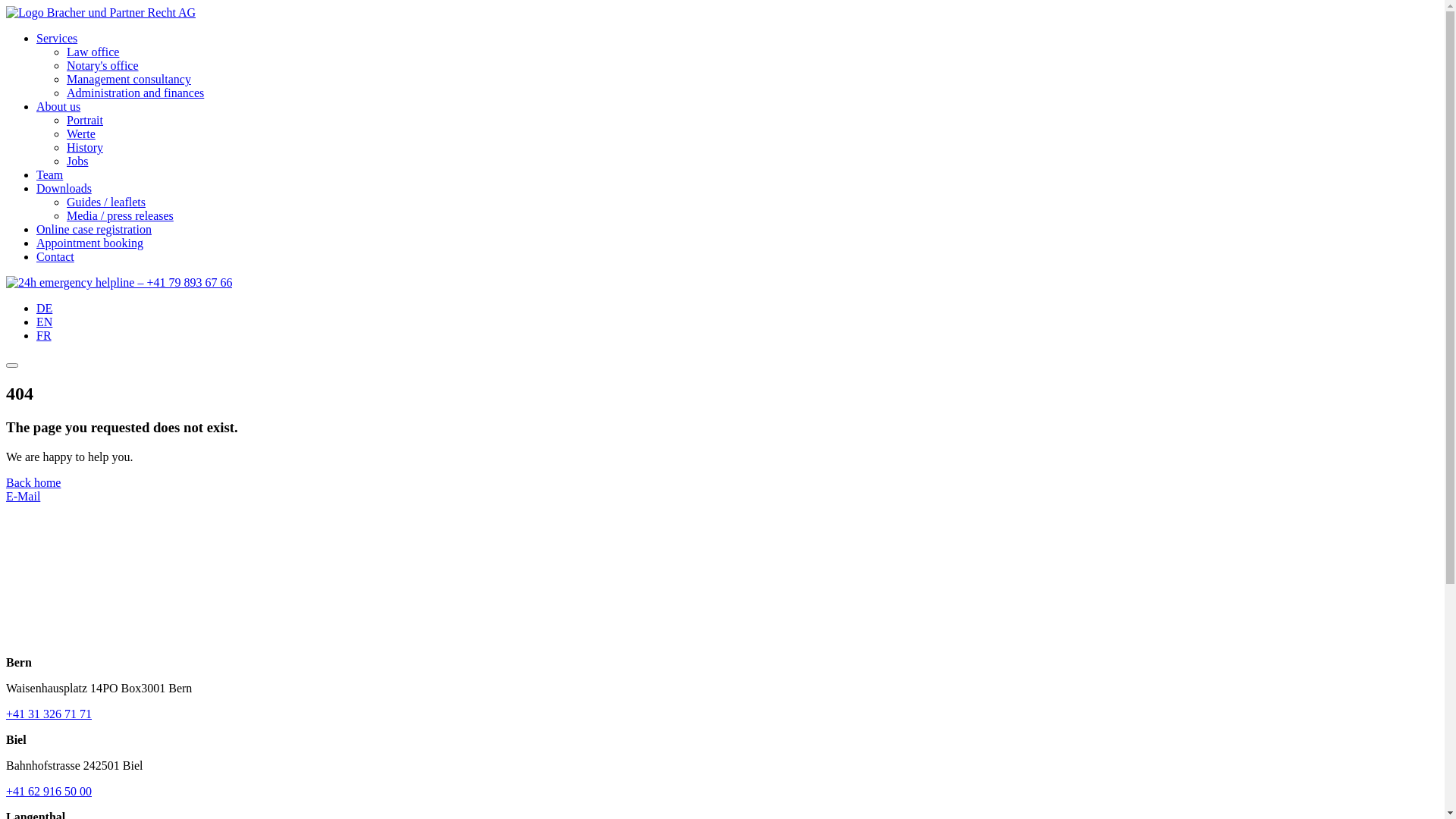  What do you see at coordinates (76, 161) in the screenshot?
I see `'Jobs'` at bounding box center [76, 161].